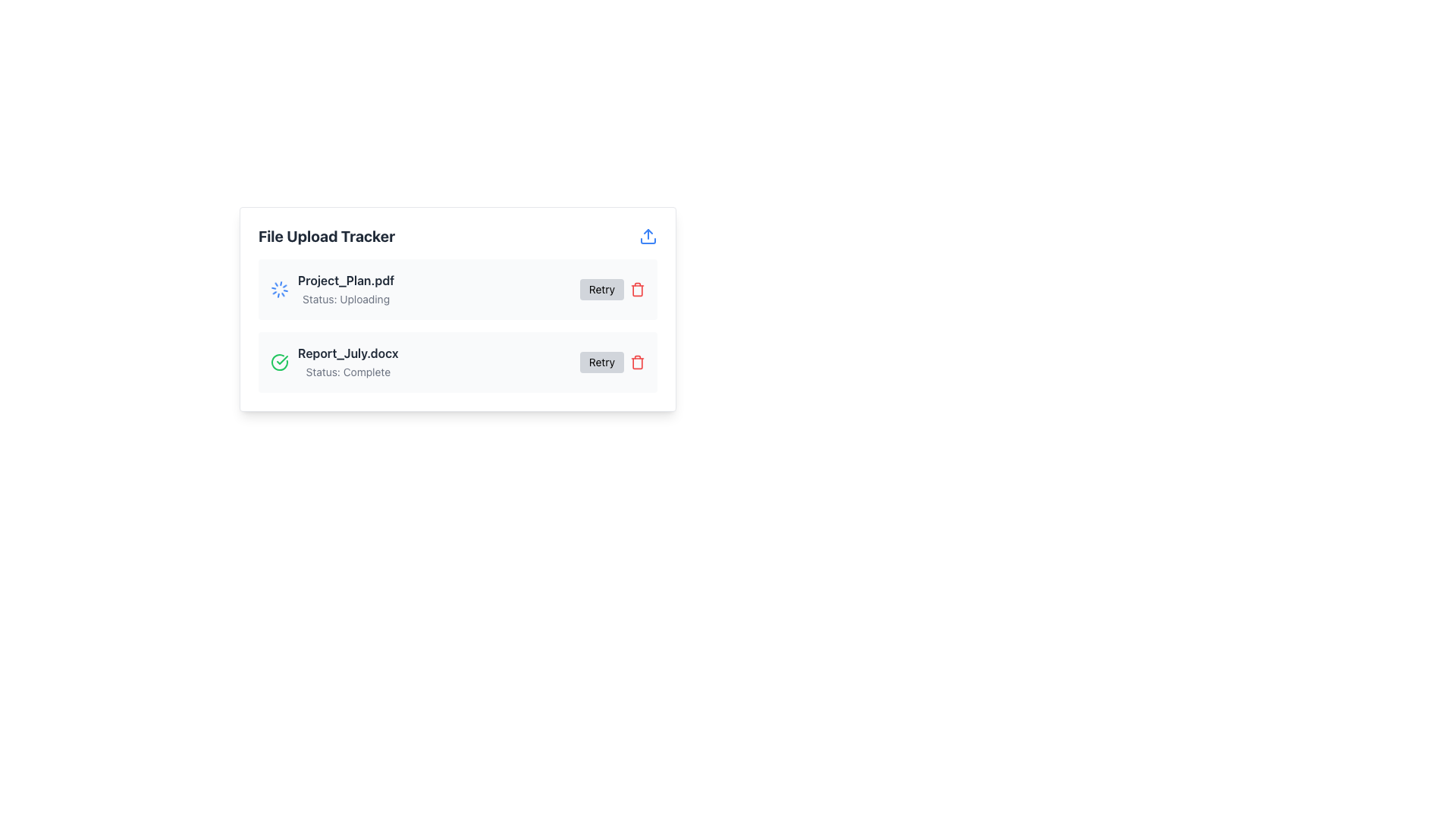 Image resolution: width=1456 pixels, height=819 pixels. What do you see at coordinates (347, 372) in the screenshot?
I see `the text label displaying 'Status: Complete', which is styled in a small light gray font and located below the 'Report_July.docx' label` at bounding box center [347, 372].